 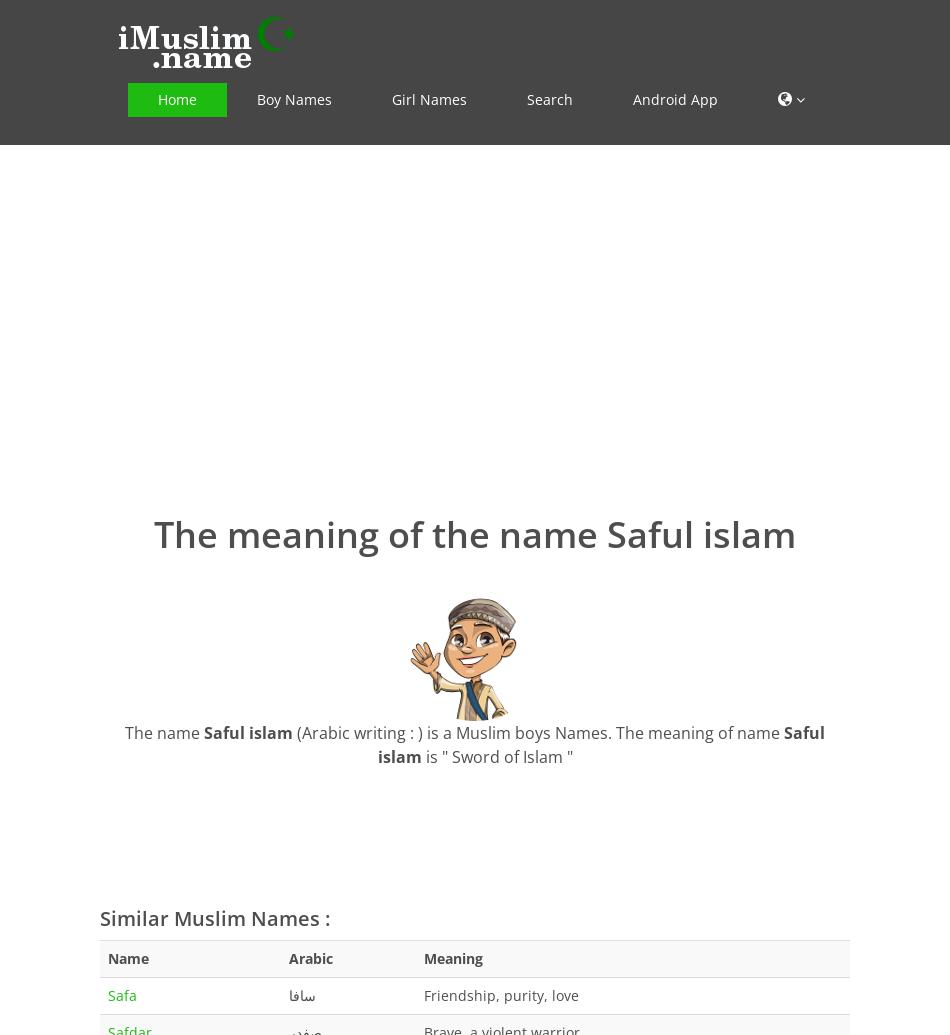 I want to click on 'Android App', so click(x=675, y=99).